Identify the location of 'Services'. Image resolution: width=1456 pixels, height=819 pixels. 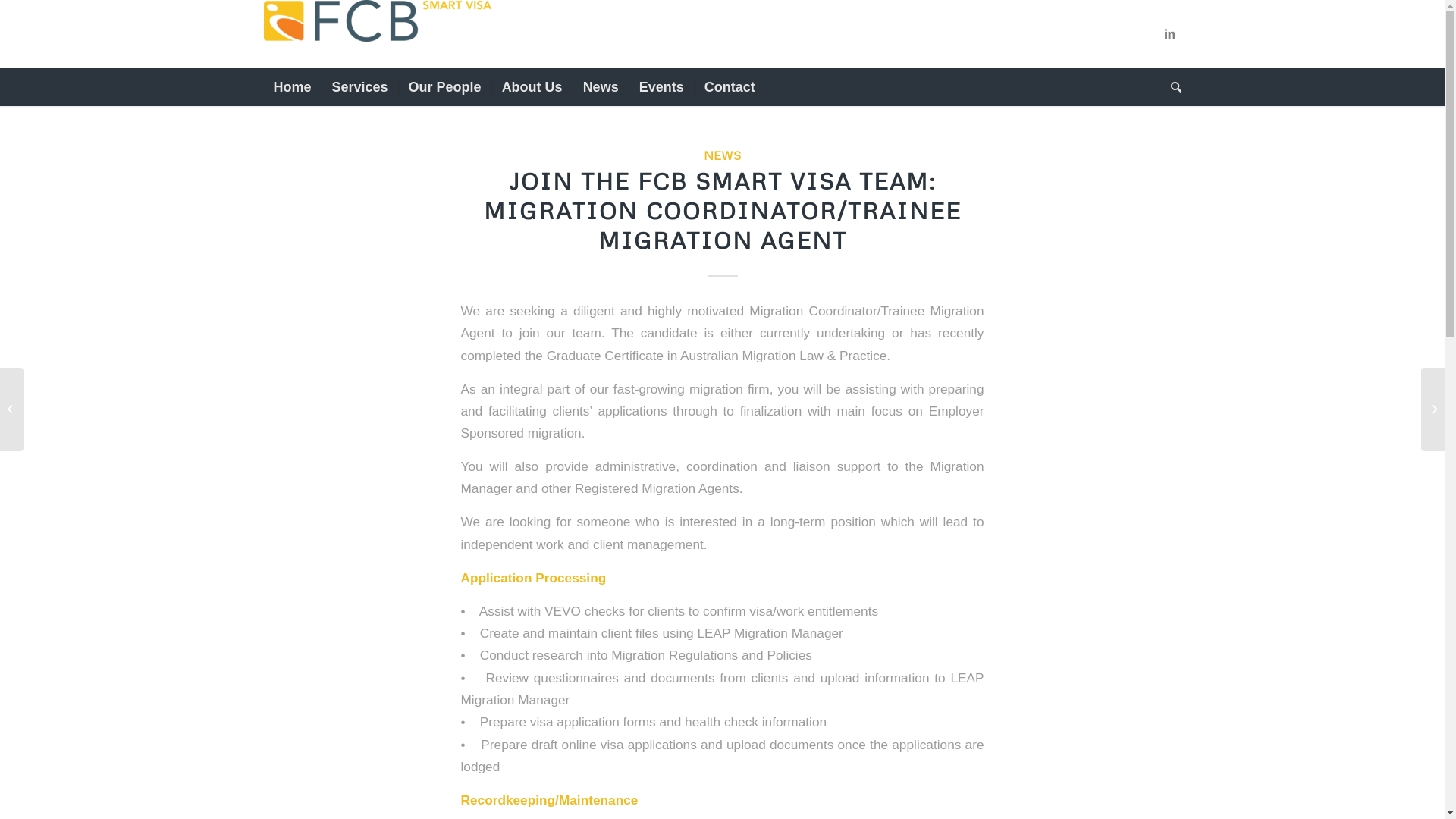
(359, 87).